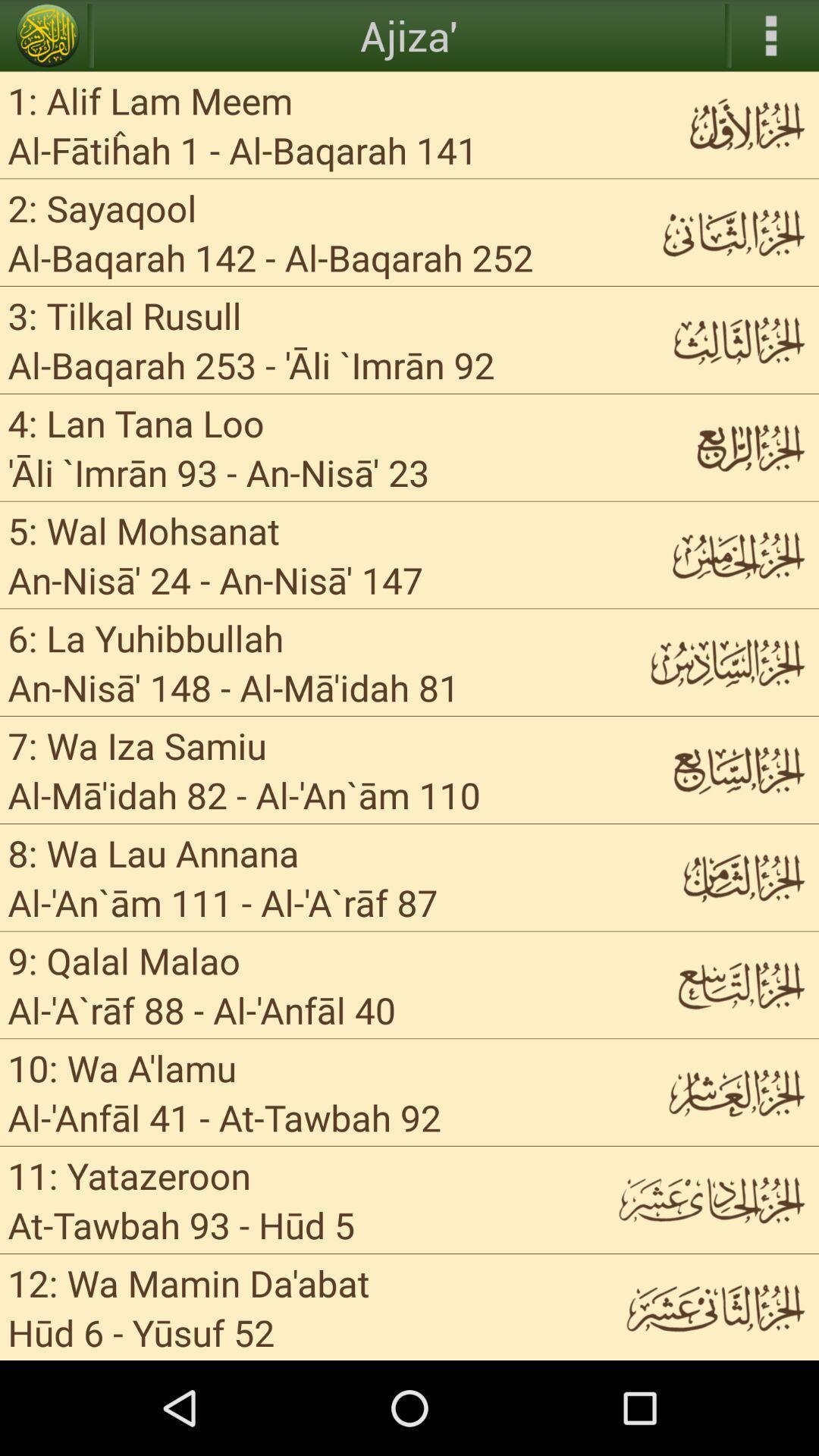 The height and width of the screenshot is (1456, 819). Describe the element at coordinates (102, 207) in the screenshot. I see `the 2: sayaqool` at that location.